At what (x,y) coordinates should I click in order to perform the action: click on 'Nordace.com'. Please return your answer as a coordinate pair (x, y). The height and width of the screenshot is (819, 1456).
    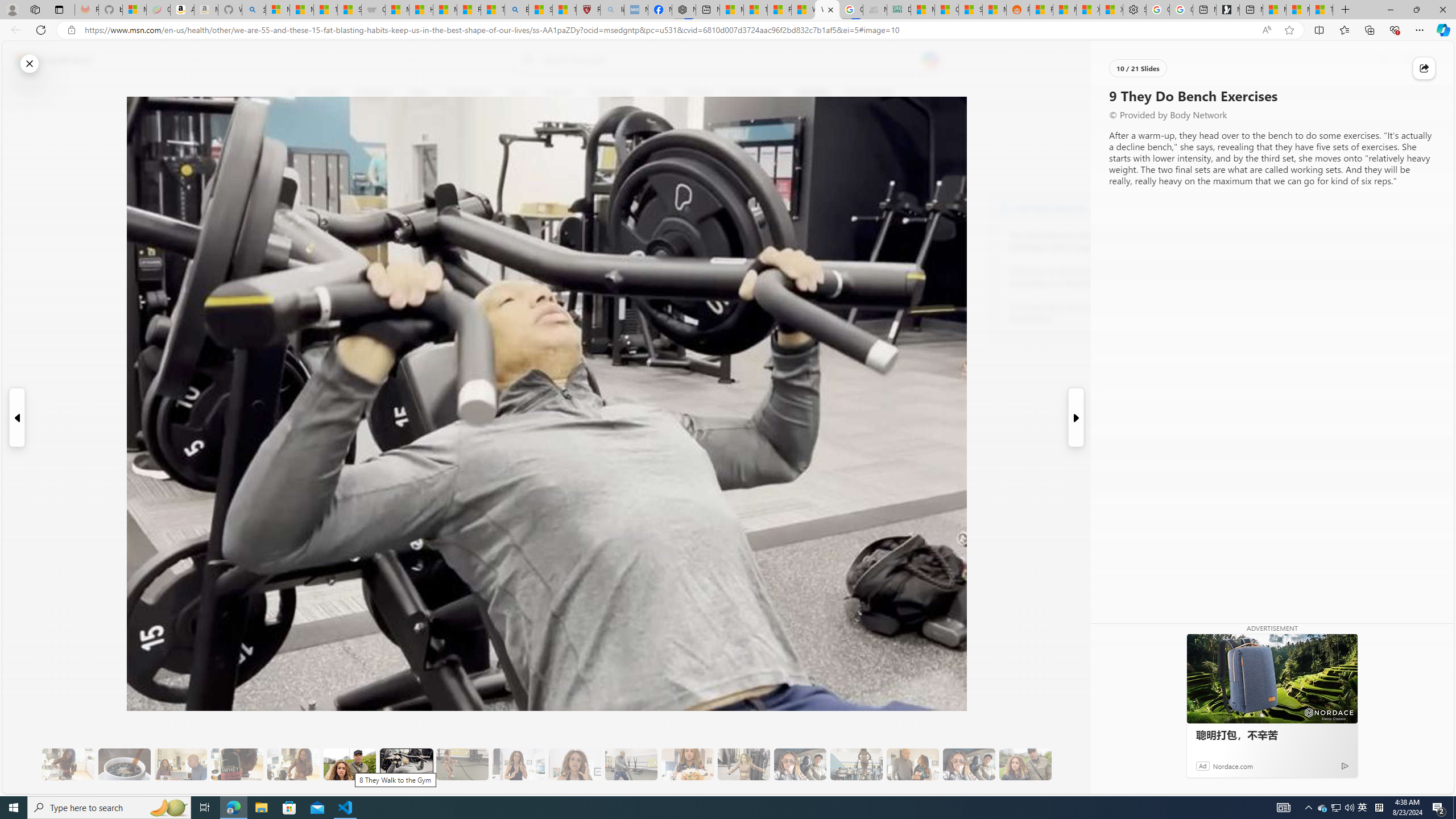
    Looking at the image, I should click on (1233, 765).